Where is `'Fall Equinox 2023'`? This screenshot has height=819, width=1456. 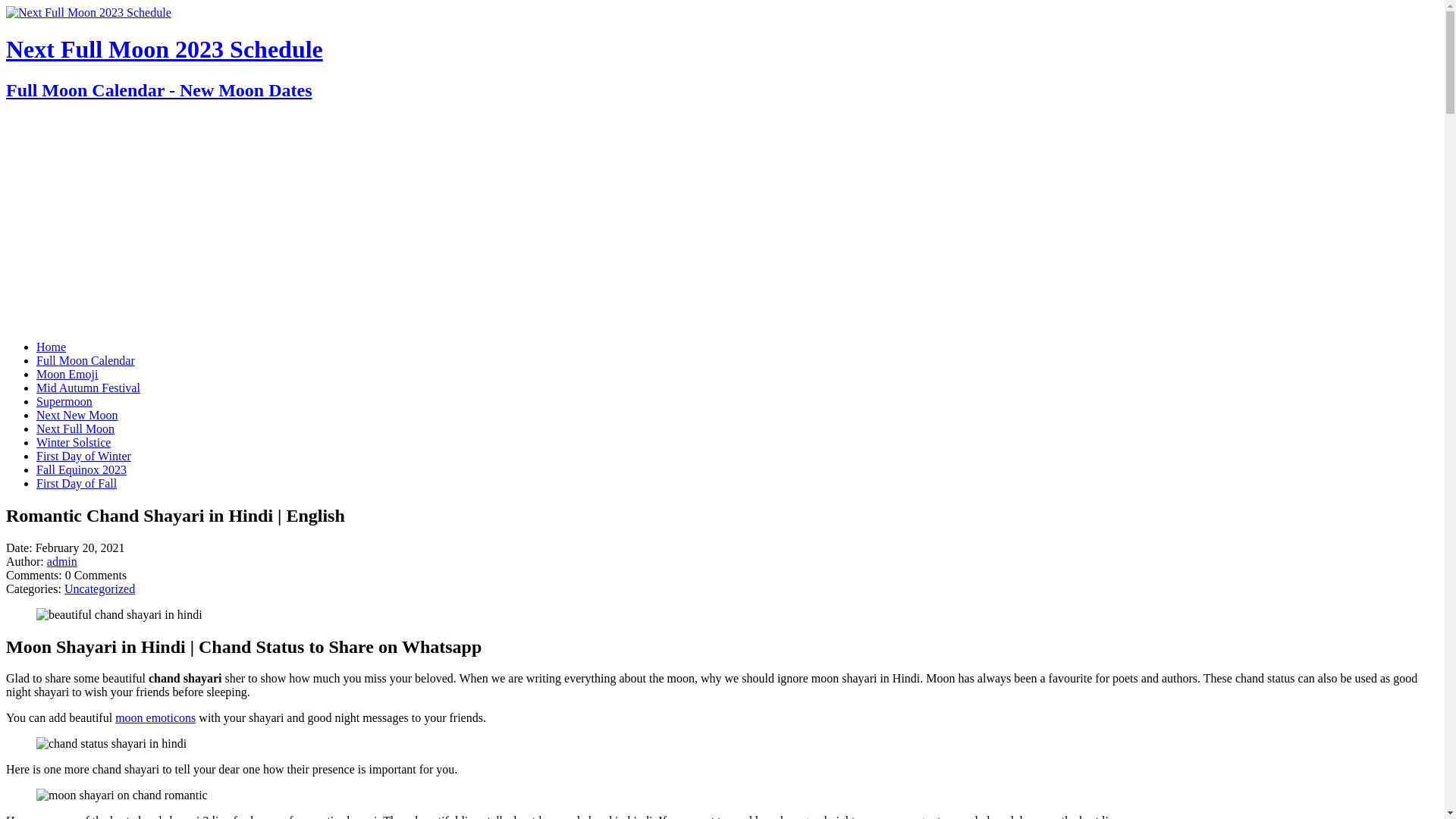 'Fall Equinox 2023' is located at coordinates (80, 469).